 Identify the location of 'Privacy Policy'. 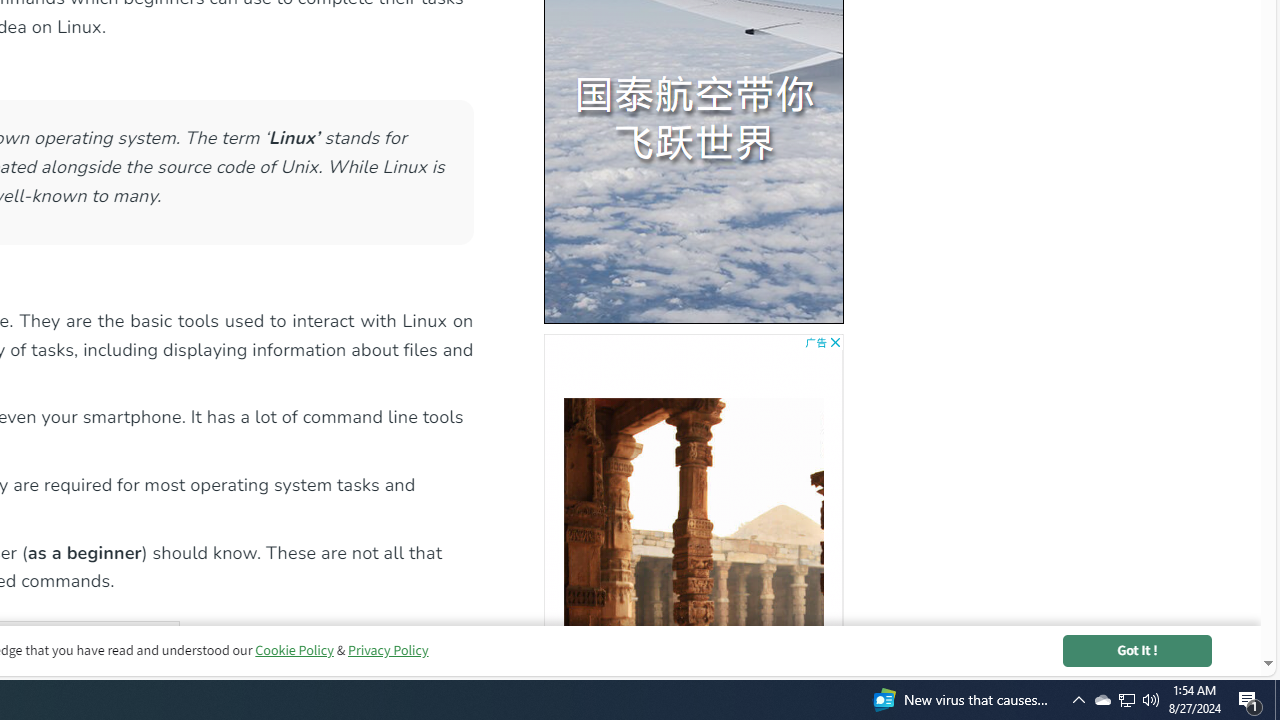
(387, 650).